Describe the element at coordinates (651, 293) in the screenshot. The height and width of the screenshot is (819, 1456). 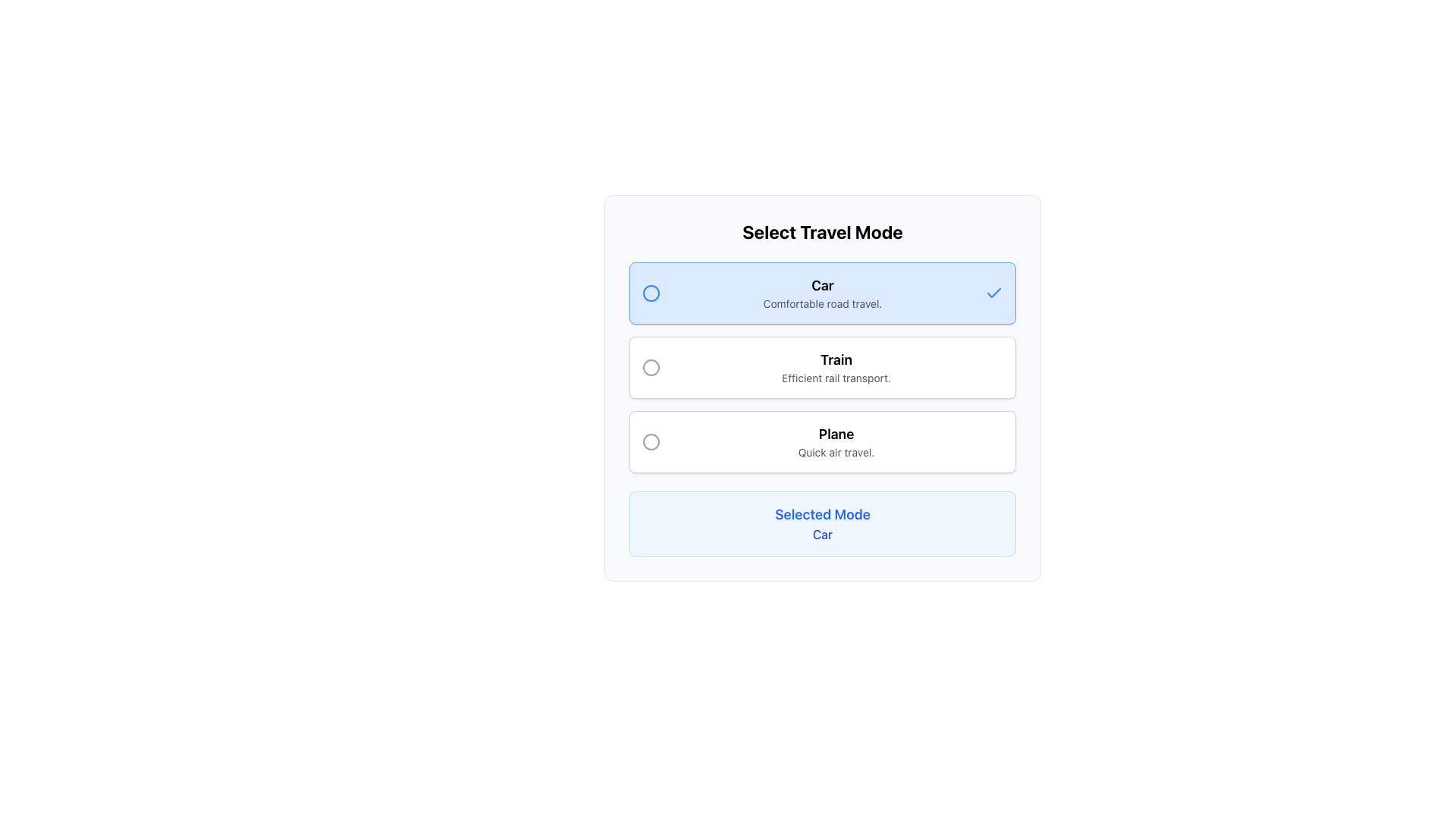
I see `the status indication of the blue-outlined circular icon located to the left of the word 'Car' in the highlighted selectable option card` at that location.